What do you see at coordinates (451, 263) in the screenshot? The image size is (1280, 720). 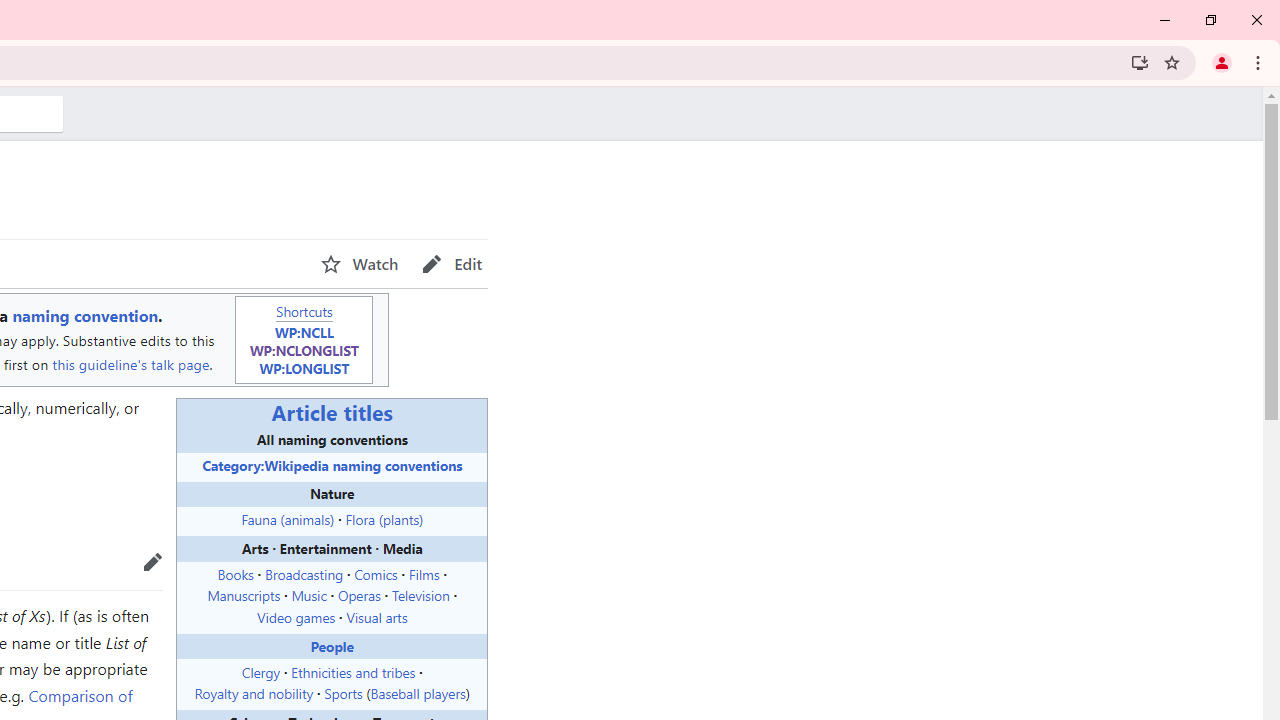 I see `'AutomationID: page-actions-edit'` at bounding box center [451, 263].